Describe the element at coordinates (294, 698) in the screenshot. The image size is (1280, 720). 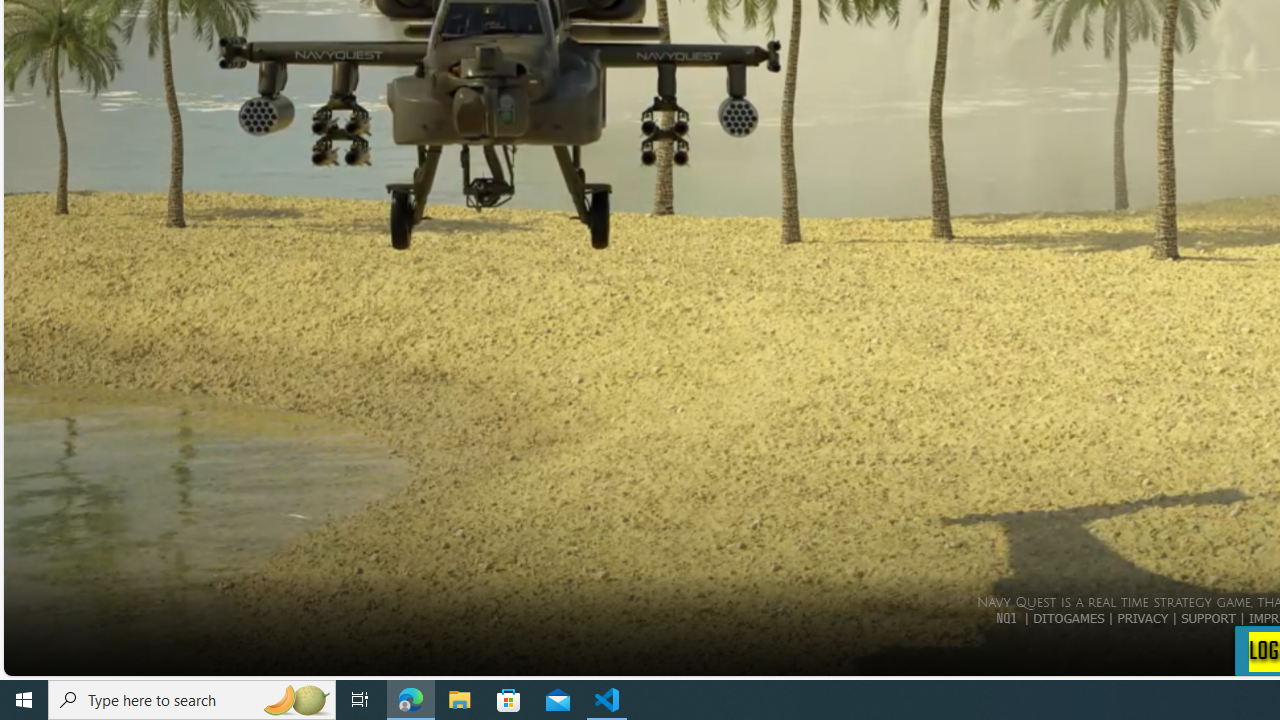
I see `'Search highlights icon opens search home window'` at that location.